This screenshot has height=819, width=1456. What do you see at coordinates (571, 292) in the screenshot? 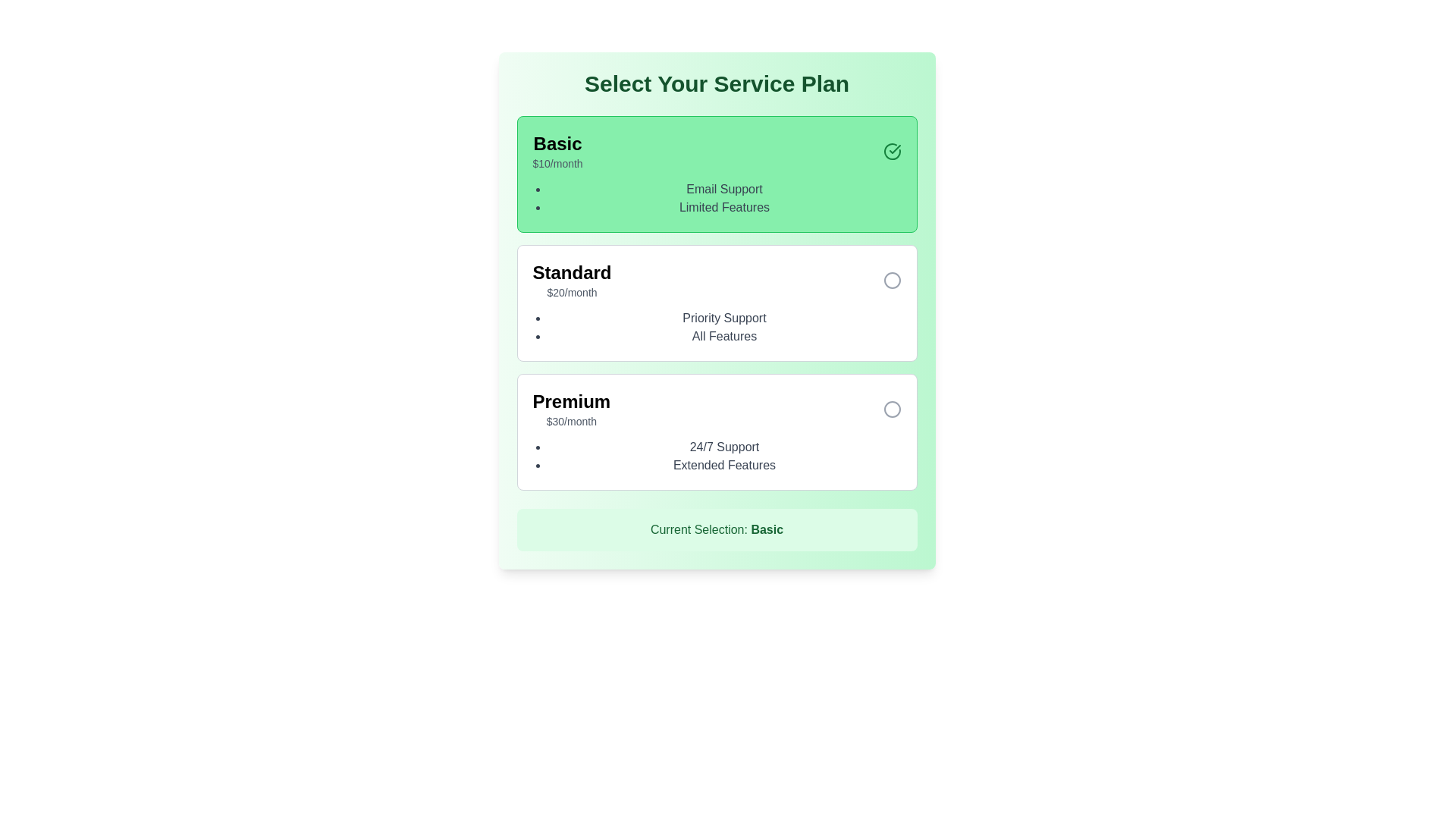
I see `the pricing information text label showing '$20/month' located directly underneath the title 'Standard' in the plan section` at bounding box center [571, 292].